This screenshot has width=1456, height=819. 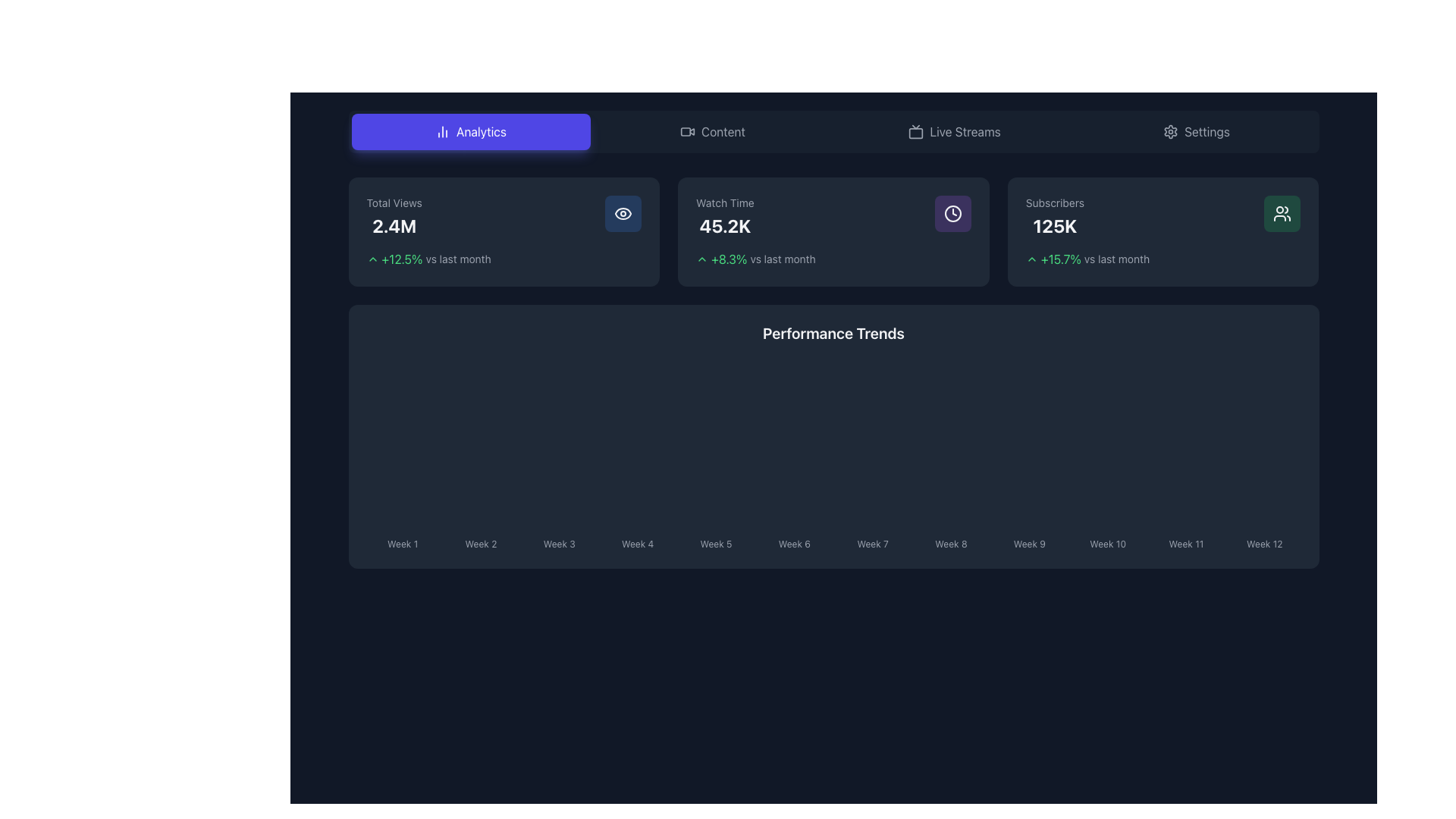 I want to click on text of the label 'Week 2', which is the second element in a sequence of similar labels aligned horizontally at the bottom of the interface, so click(x=480, y=540).